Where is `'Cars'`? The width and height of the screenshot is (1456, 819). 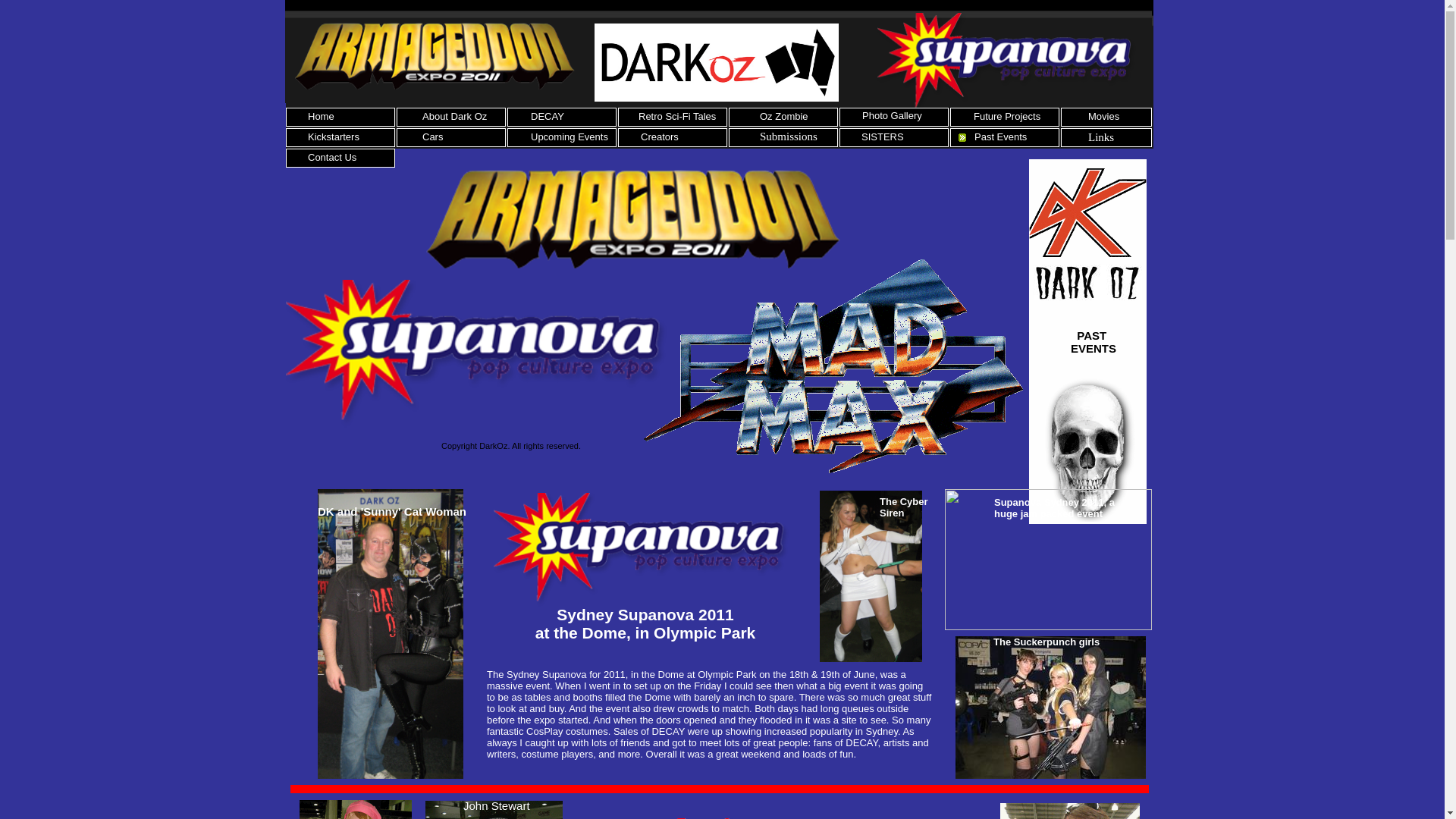 'Cars' is located at coordinates (422, 136).